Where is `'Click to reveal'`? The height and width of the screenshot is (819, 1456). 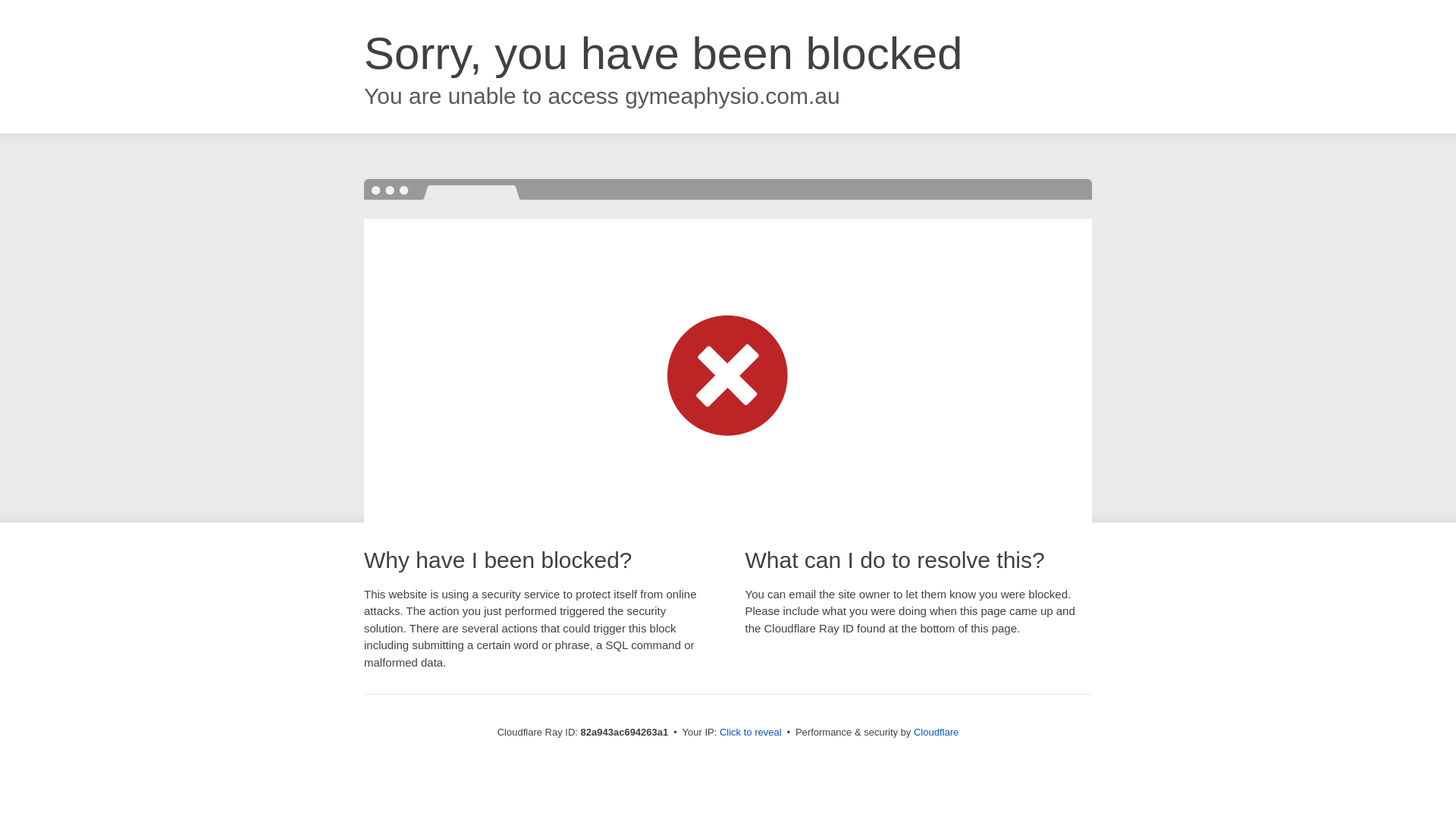
'Click to reveal' is located at coordinates (750, 731).